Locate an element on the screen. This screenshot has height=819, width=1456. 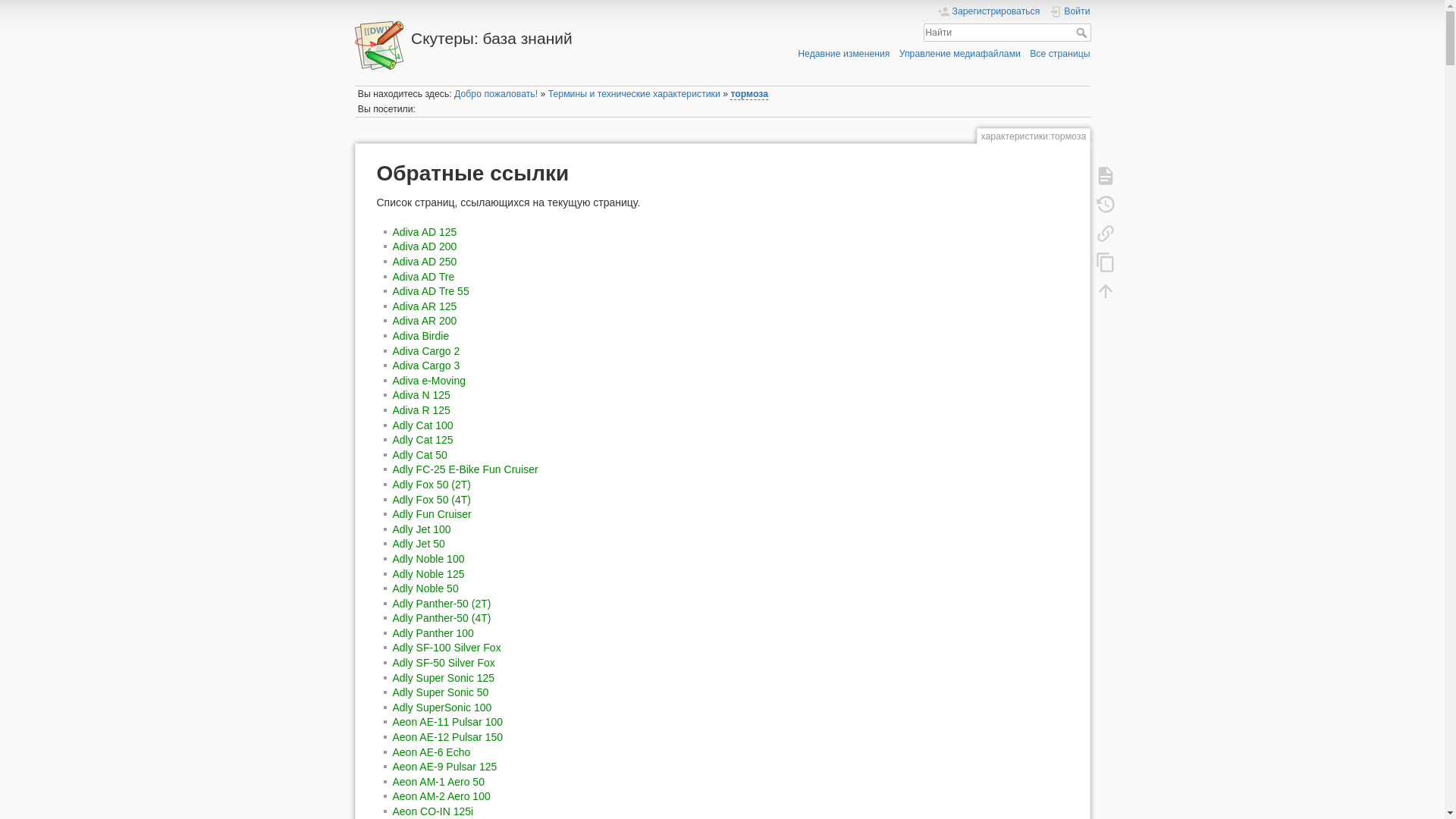
'Adiva R 125' is located at coordinates (422, 409).